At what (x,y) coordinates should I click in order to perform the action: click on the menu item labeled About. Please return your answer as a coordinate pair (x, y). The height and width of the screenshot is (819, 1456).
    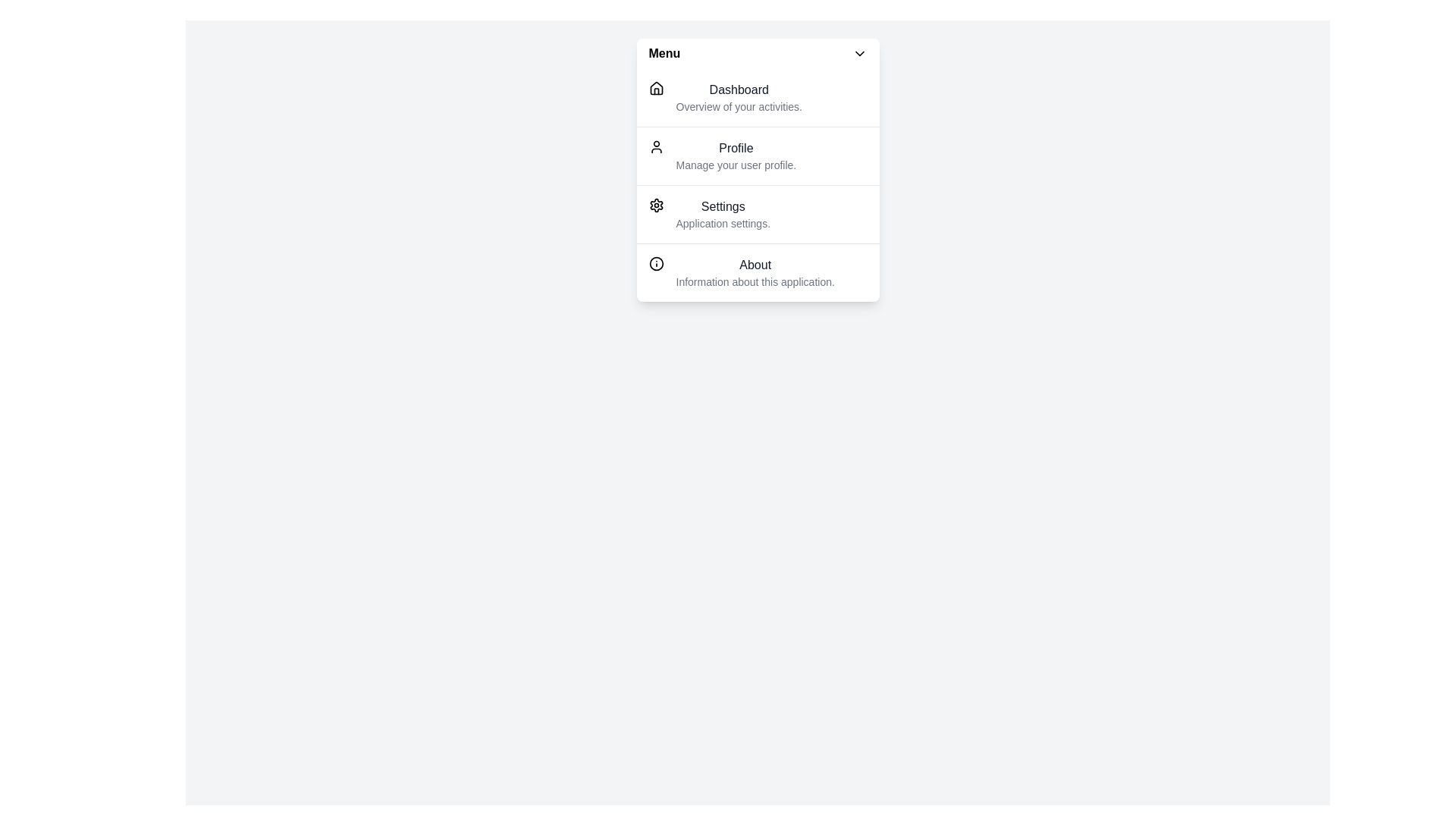
    Looking at the image, I should click on (758, 271).